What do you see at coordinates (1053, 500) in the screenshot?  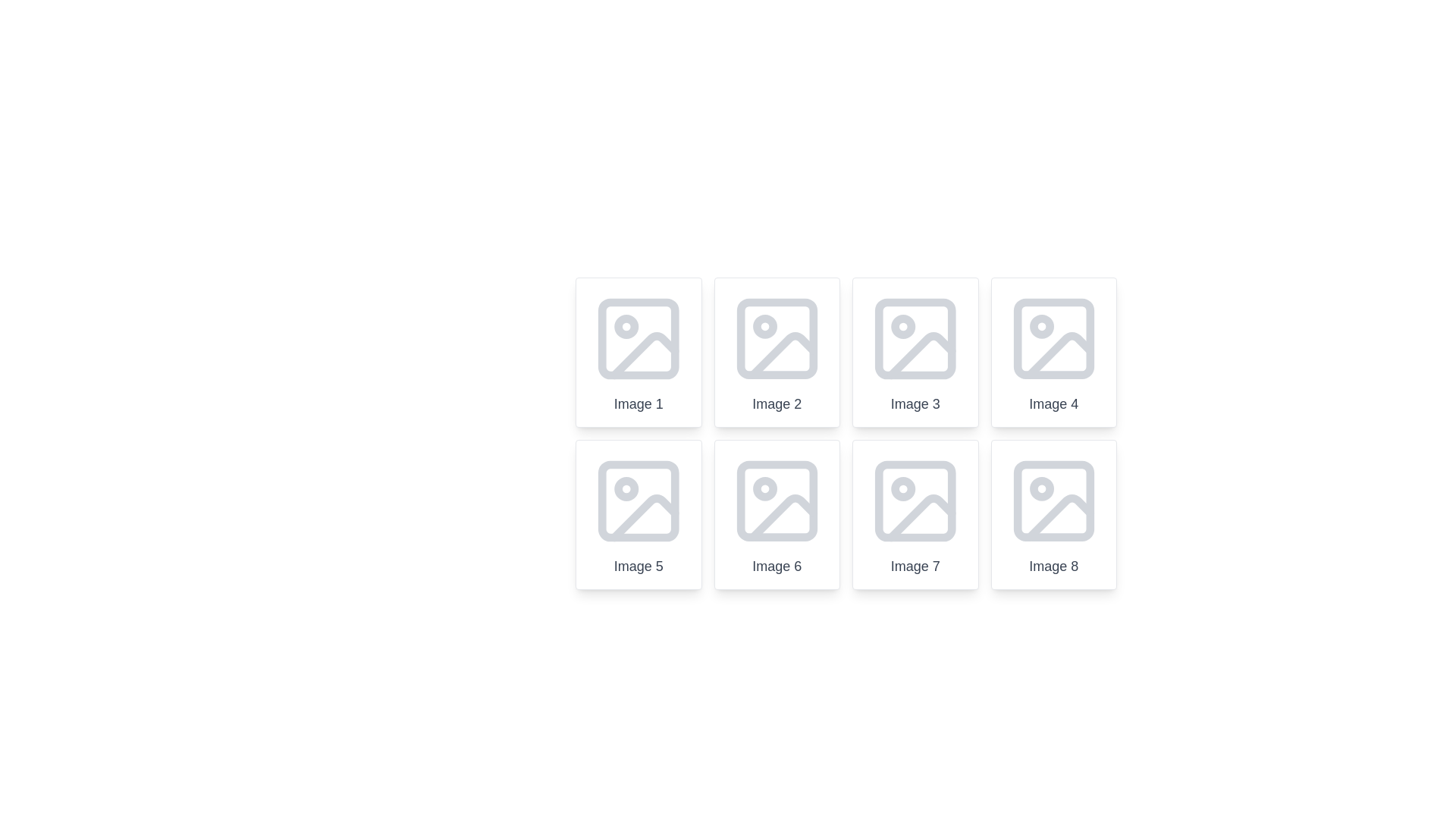 I see `the gray icon resembling an image placeholder located in the card labeled 'Image 8', specifically in the second row, fourth column of a 2x4 grid` at bounding box center [1053, 500].